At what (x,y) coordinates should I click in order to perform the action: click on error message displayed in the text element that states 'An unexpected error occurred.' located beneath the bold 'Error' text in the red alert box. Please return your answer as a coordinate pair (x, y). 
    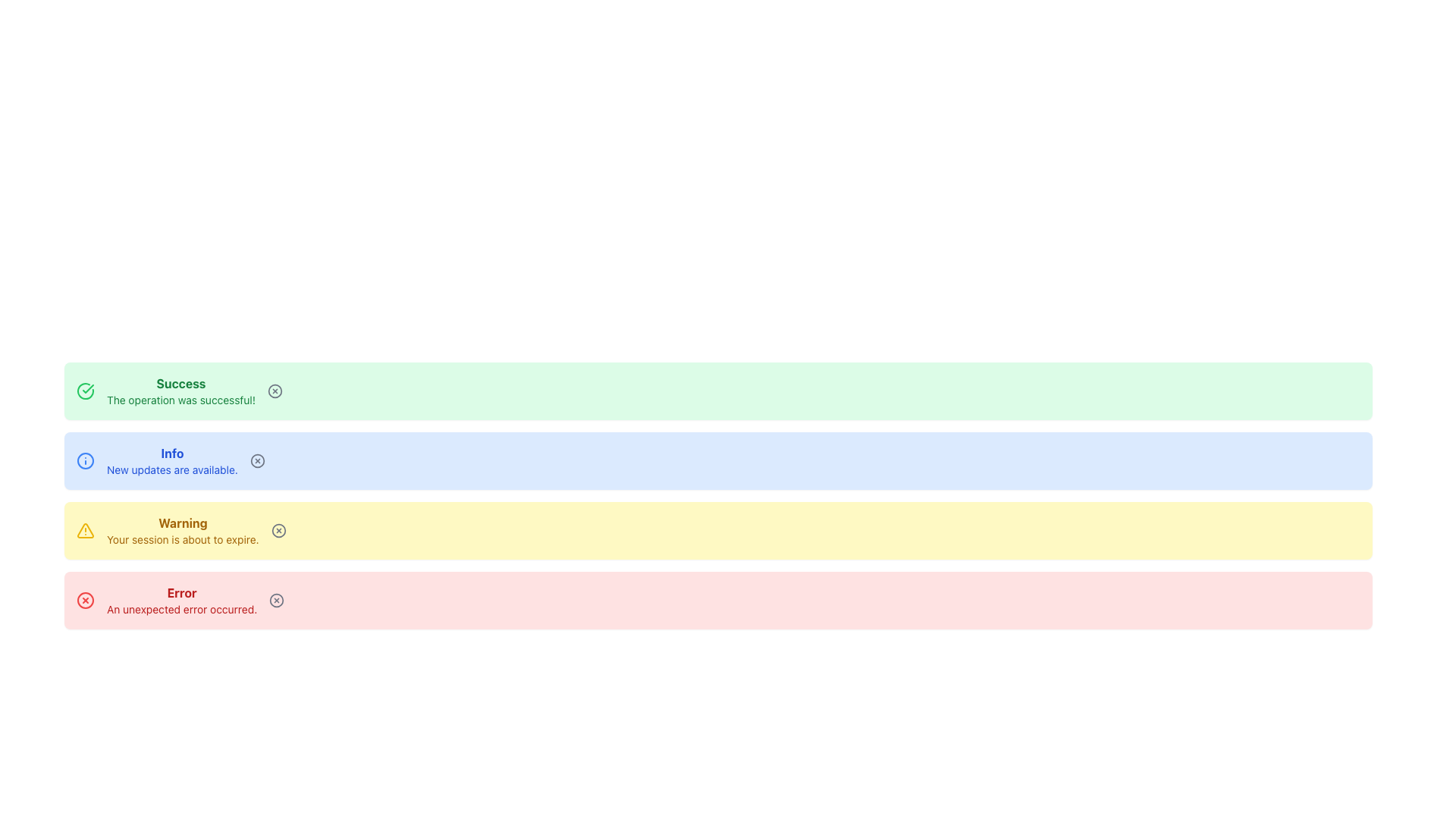
    Looking at the image, I should click on (182, 608).